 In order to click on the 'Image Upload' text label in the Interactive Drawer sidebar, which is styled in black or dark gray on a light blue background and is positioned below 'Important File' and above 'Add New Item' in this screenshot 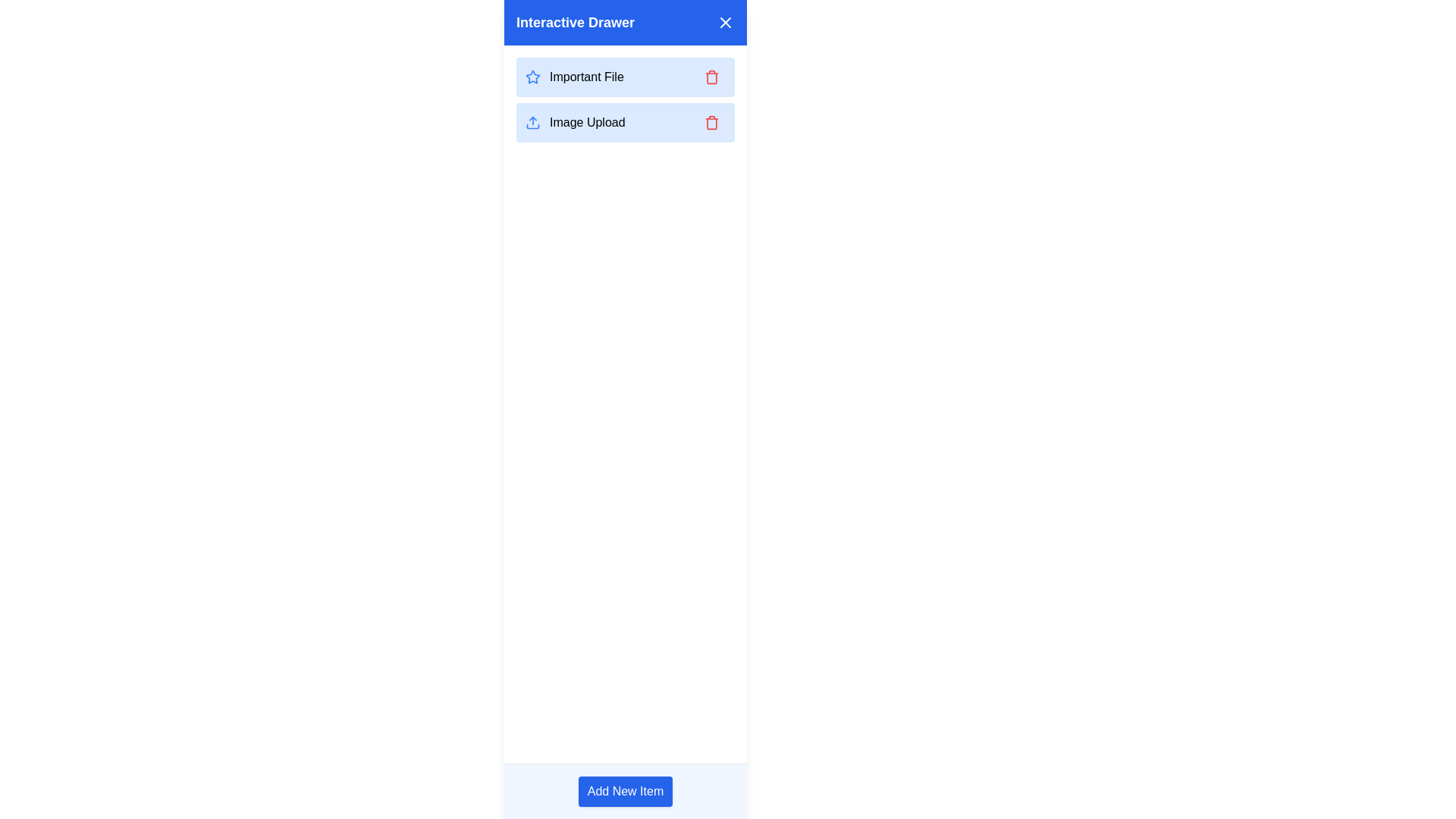, I will do `click(586, 122)`.